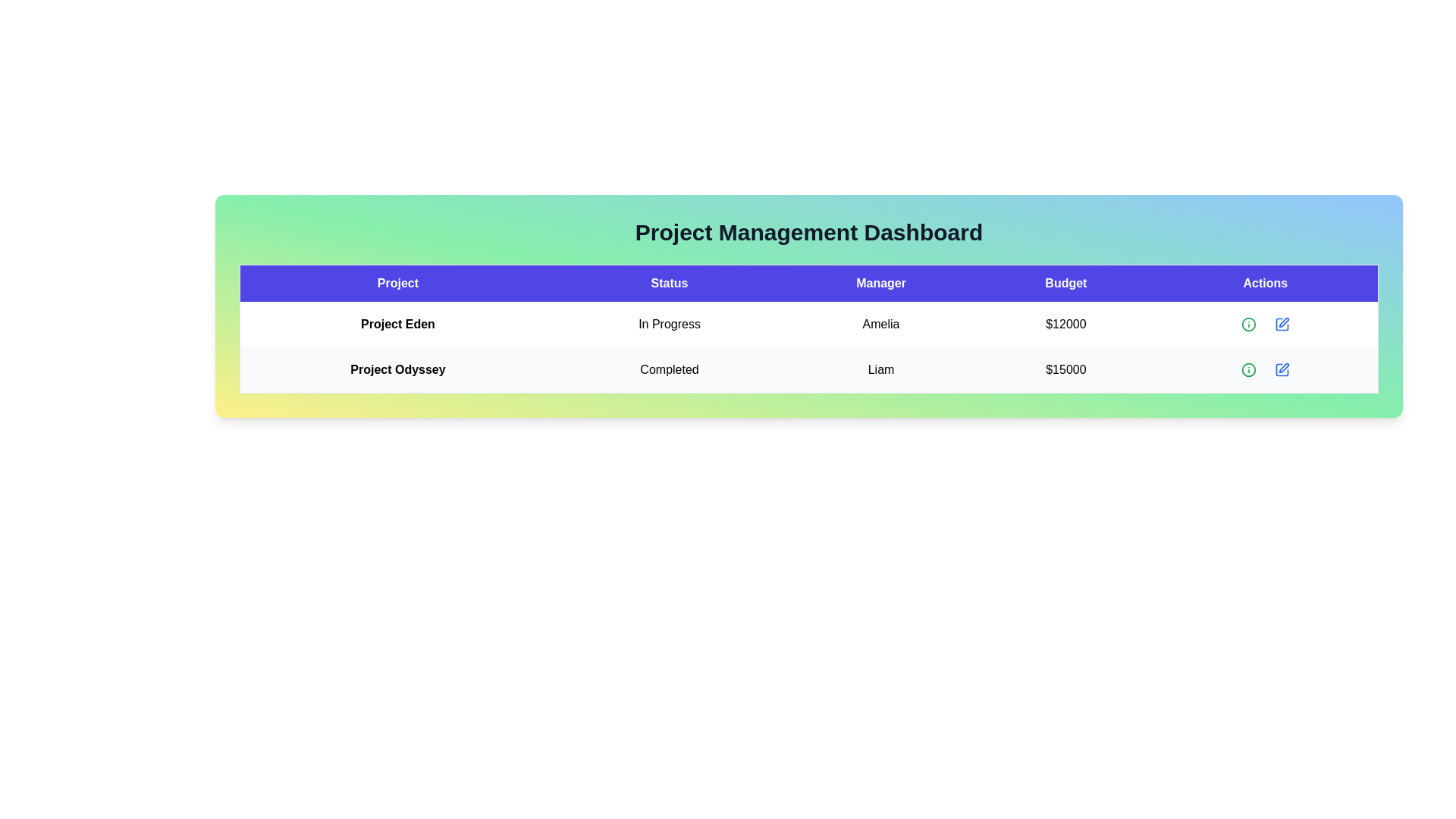  Describe the element at coordinates (397, 370) in the screenshot. I see `the project label element in the second row of the table that indicates the name of the project, which is located directly below 'Project Eden'` at that location.